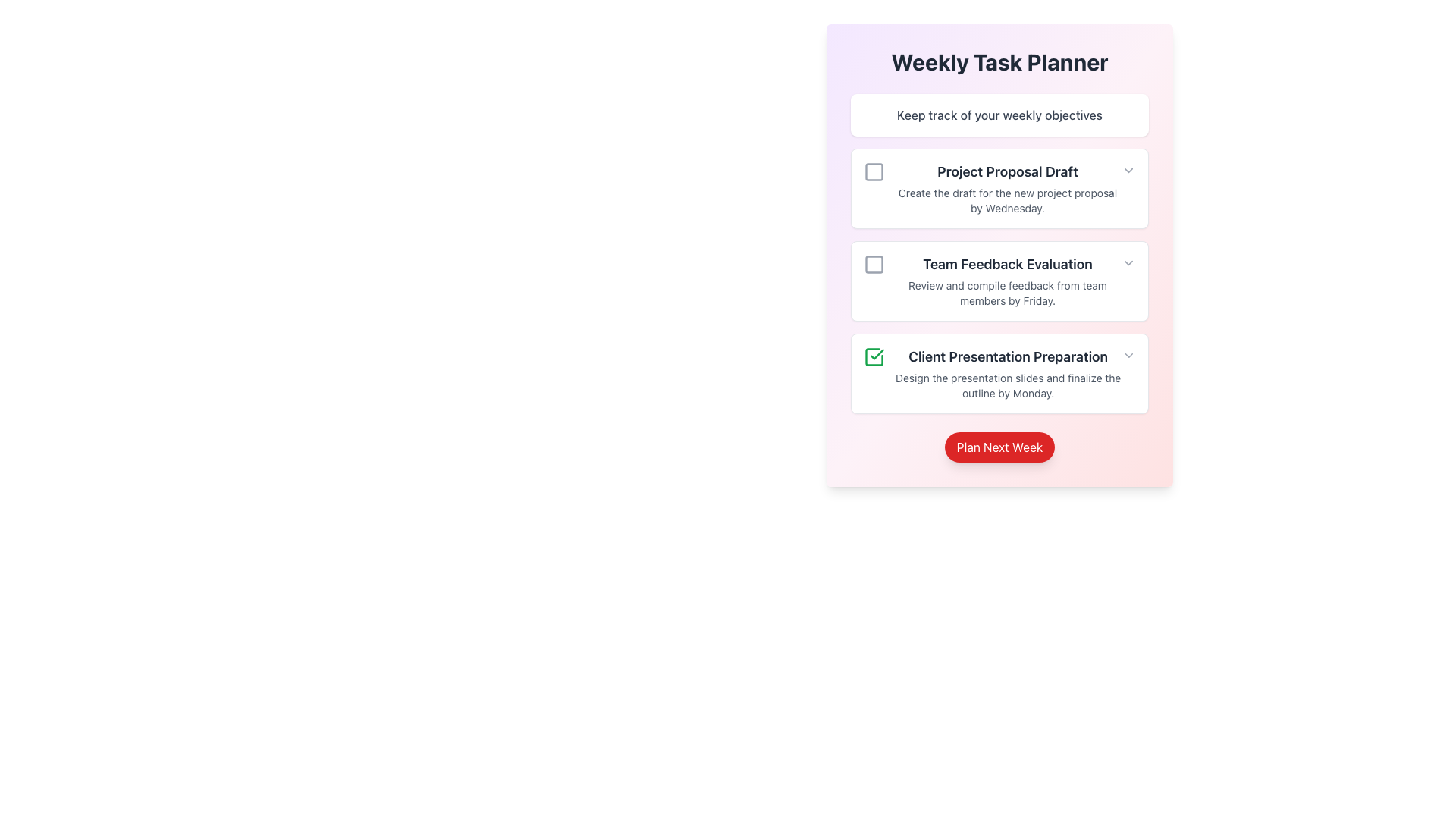  What do you see at coordinates (874, 263) in the screenshot?
I see `the Visual State Indicator located in the second row of the task list within the 'Weekly Task Planner' interface, specifically in the 'Team Feedback Evaluation' section` at bounding box center [874, 263].